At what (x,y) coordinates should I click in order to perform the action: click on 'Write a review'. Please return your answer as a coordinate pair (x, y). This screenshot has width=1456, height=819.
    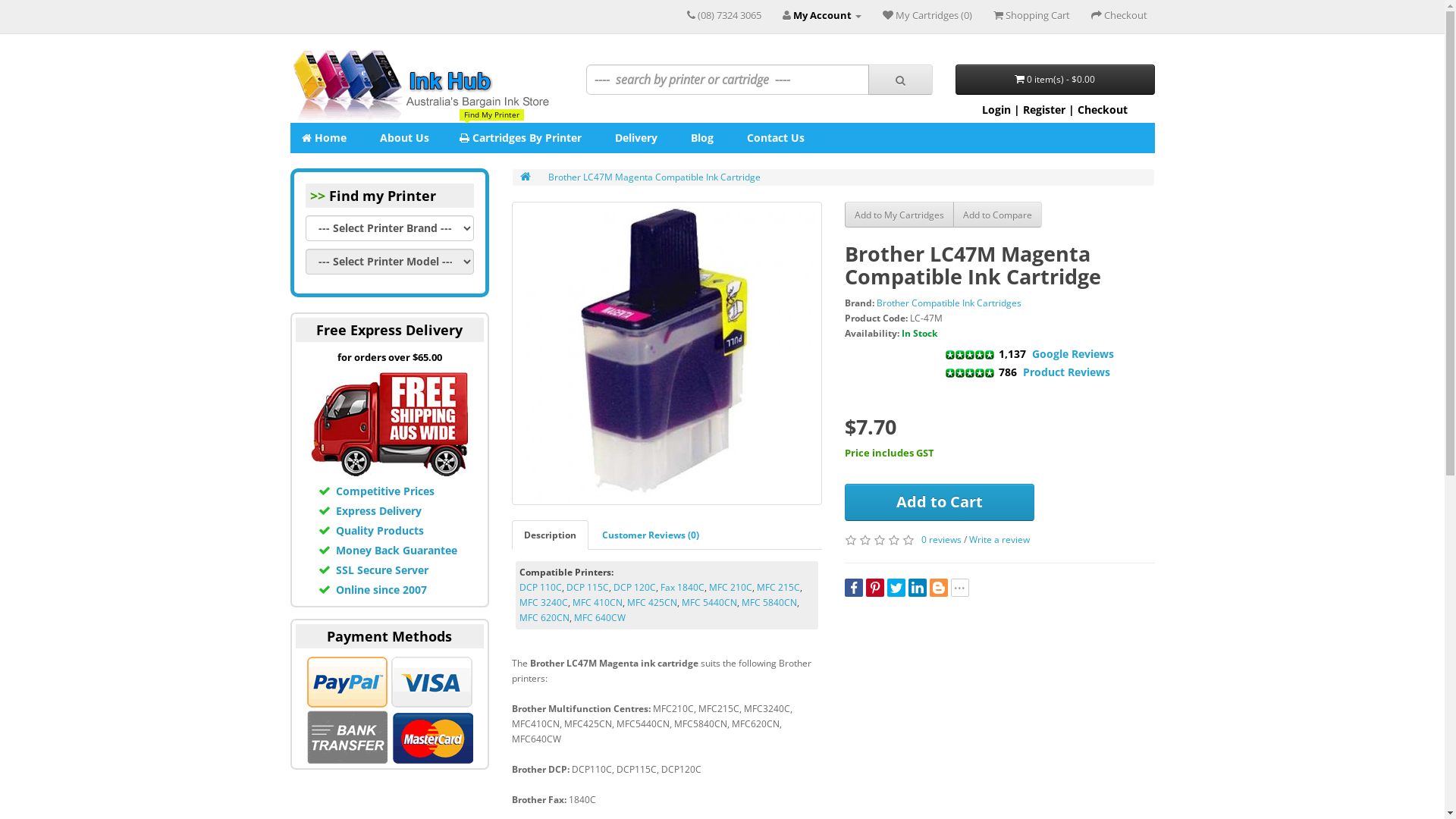
    Looking at the image, I should click on (999, 538).